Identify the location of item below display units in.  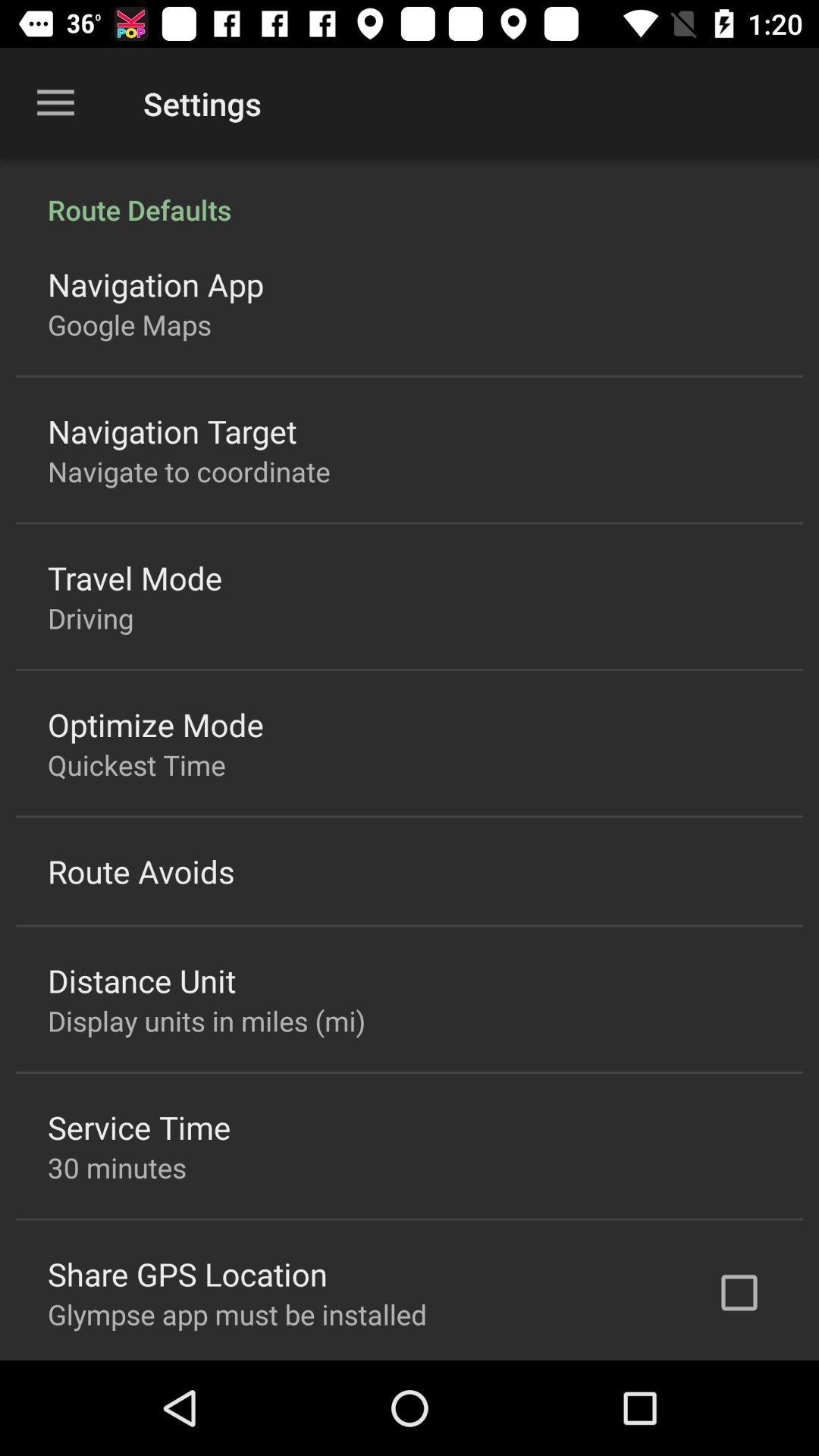
(139, 1127).